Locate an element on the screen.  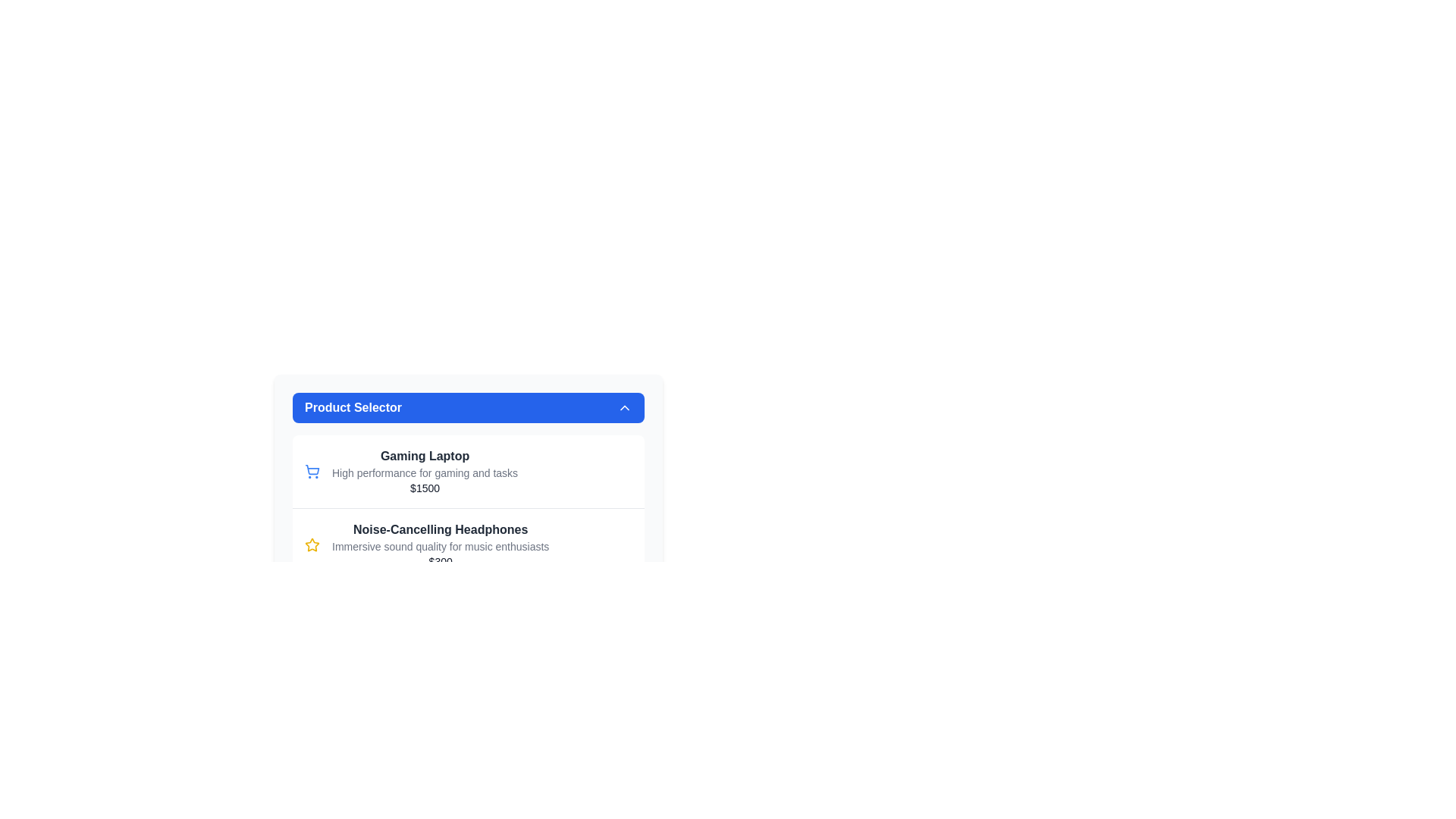
text label that displays the product name 'Noise-Cancelling Headphones', which is bold and dark gray, positioned above the subtitle and price in the product entry list is located at coordinates (440, 529).